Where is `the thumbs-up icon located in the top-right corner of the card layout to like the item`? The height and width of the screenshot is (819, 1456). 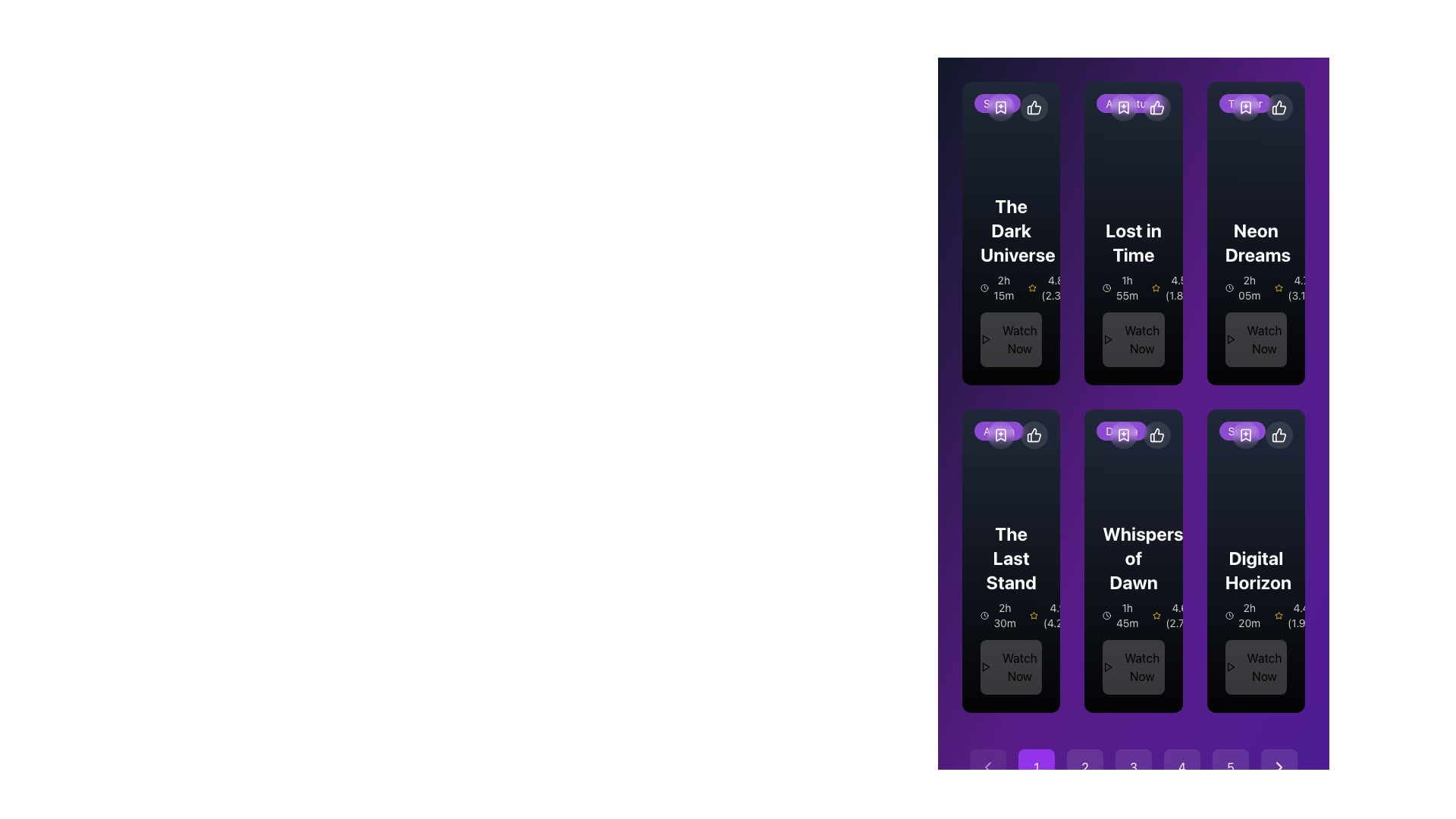 the thumbs-up icon located in the top-right corner of the card layout to like the item is located at coordinates (1156, 107).